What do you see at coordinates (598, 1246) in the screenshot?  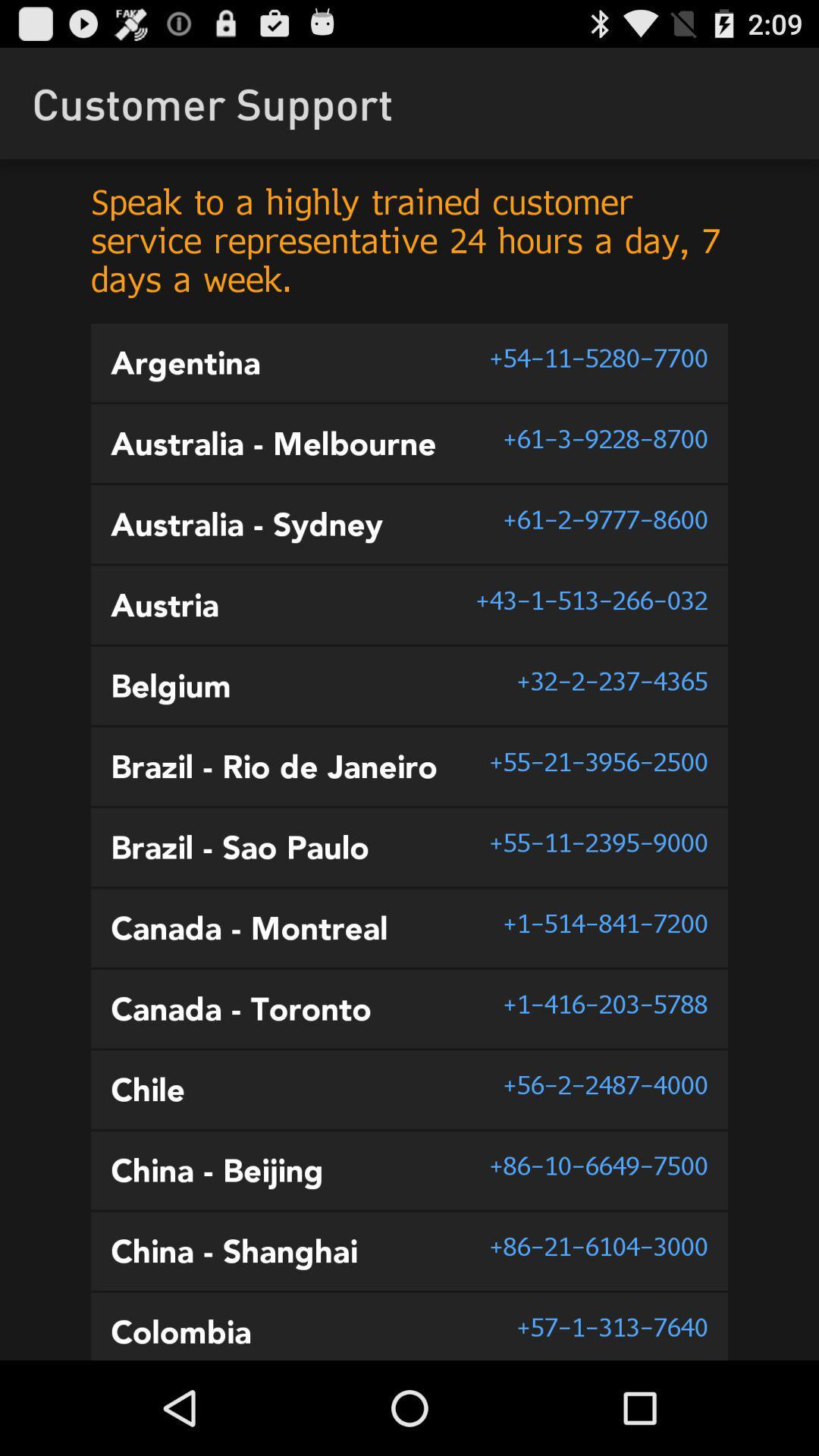 I see `icon above 57 1 313` at bounding box center [598, 1246].